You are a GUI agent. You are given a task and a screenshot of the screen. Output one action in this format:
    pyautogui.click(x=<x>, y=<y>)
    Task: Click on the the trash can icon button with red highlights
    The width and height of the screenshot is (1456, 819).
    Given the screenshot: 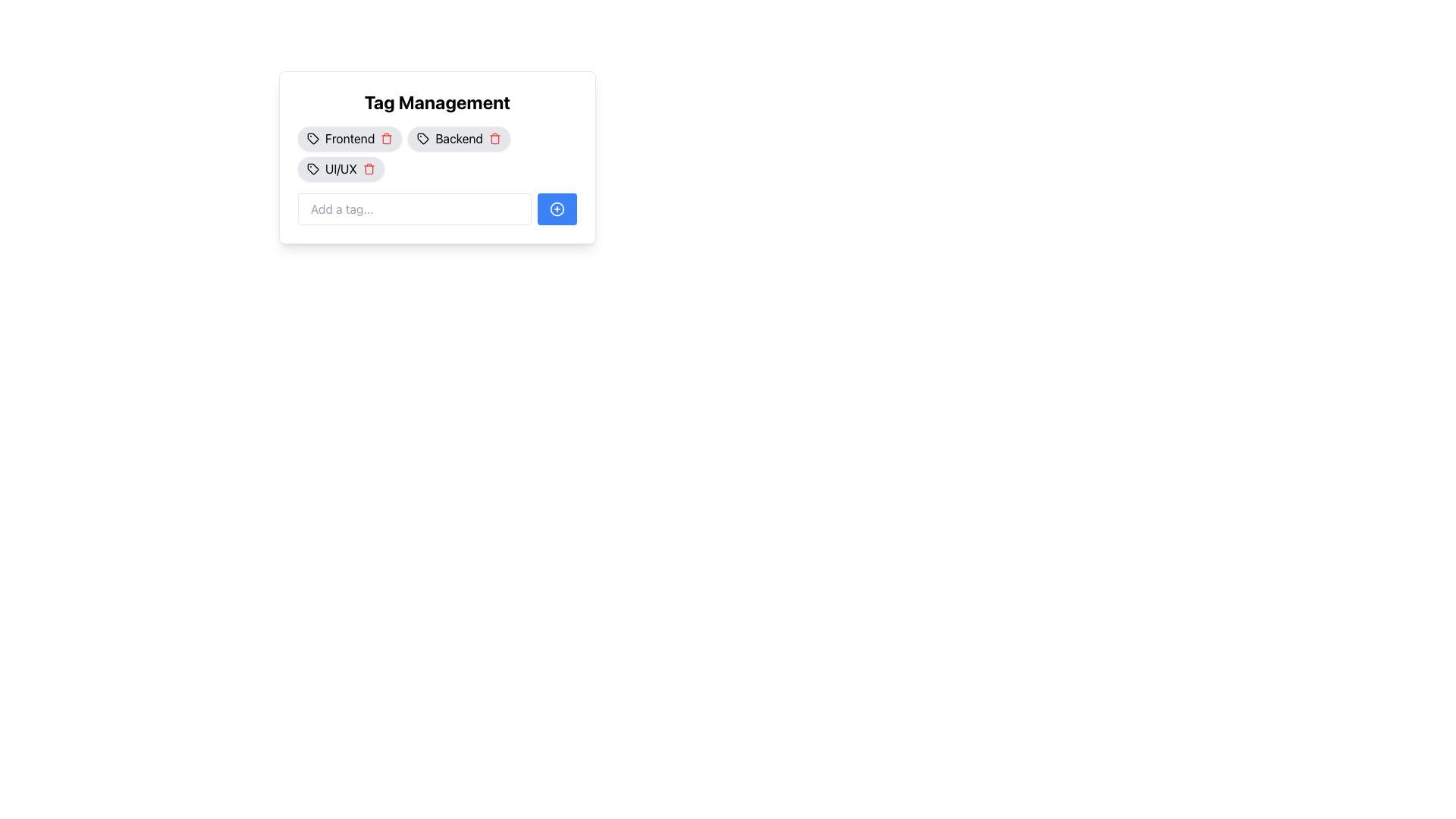 What is the action you would take?
    pyautogui.click(x=494, y=138)
    